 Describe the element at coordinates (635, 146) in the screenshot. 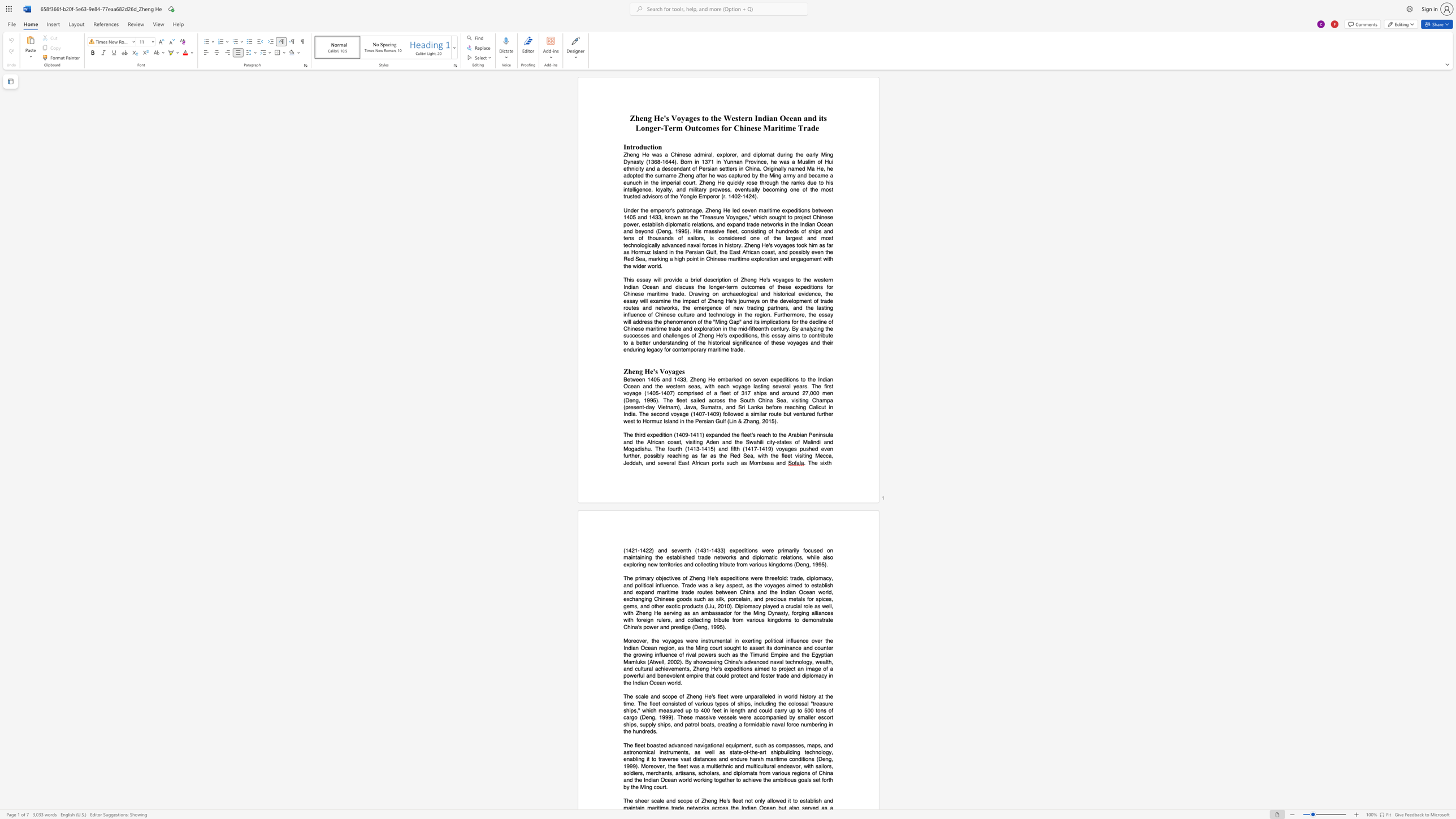

I see `the space between the continuous character "r" and "o" in the text` at that location.